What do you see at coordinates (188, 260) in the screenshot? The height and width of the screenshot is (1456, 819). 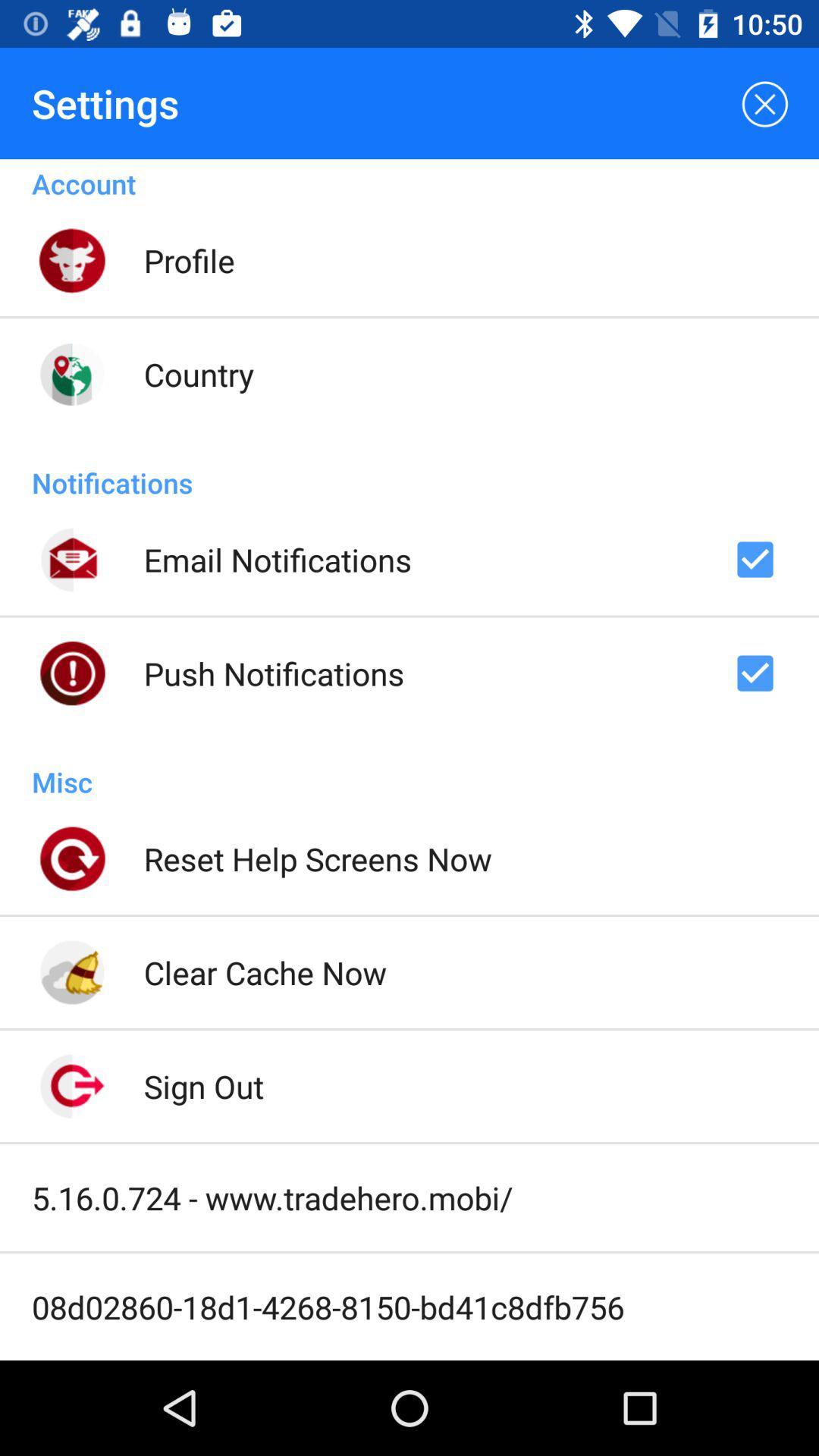 I see `item above country icon` at bounding box center [188, 260].